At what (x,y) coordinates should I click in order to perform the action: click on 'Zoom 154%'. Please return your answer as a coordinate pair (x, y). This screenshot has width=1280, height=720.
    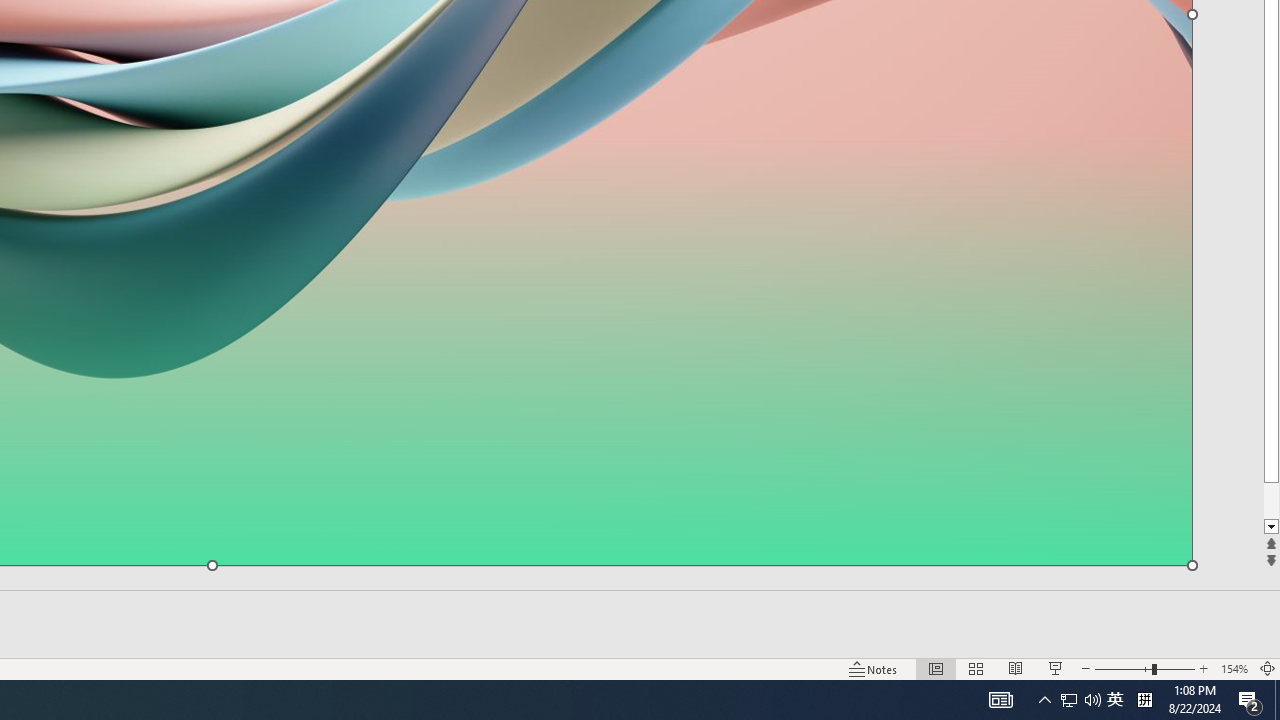
    Looking at the image, I should click on (1233, 669).